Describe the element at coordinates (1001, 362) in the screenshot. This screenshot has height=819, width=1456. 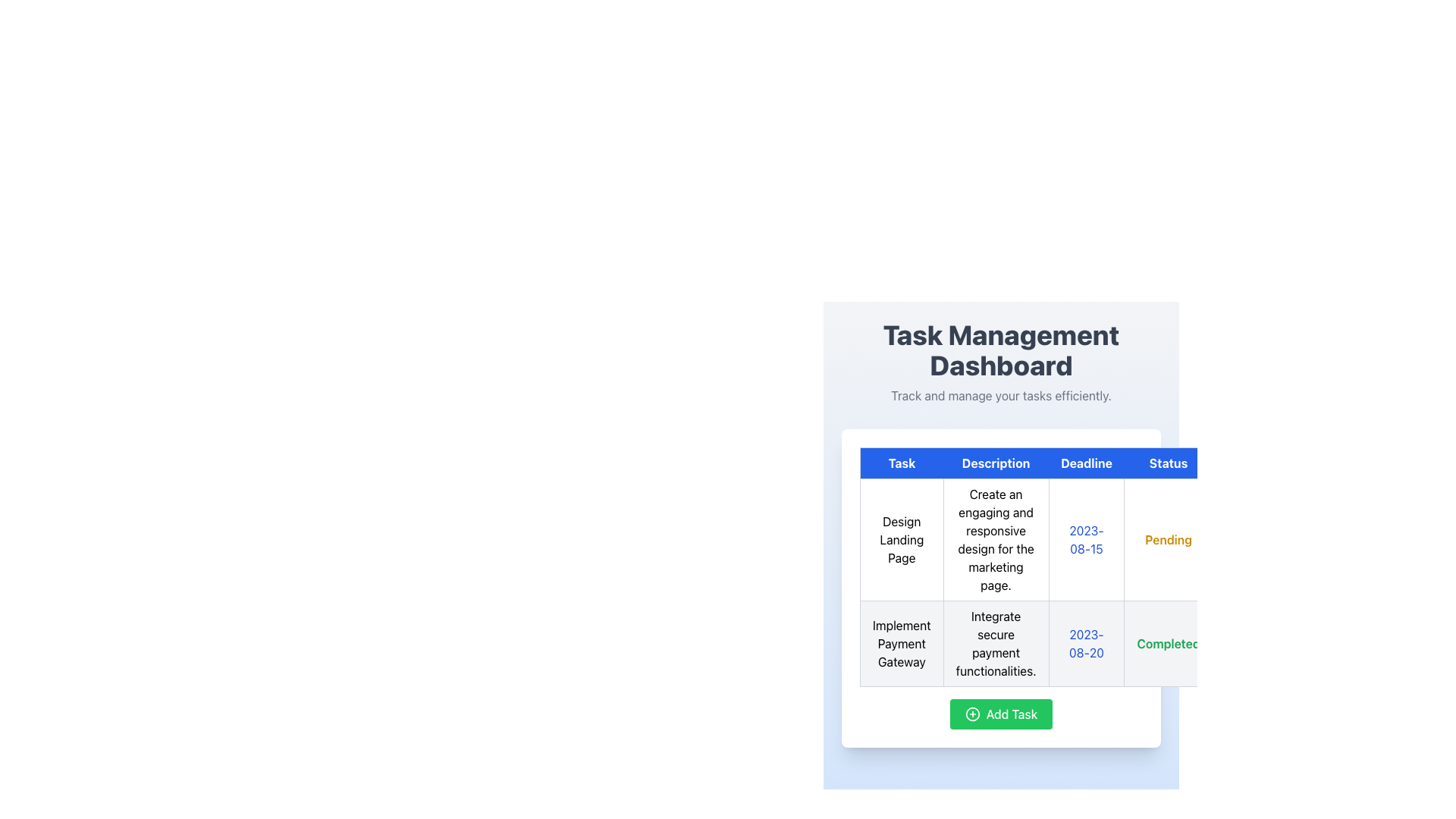
I see `the Text block displaying 'Task Management Dashboard' and its subheading 'Track and manage your tasks efficiently.'` at that location.